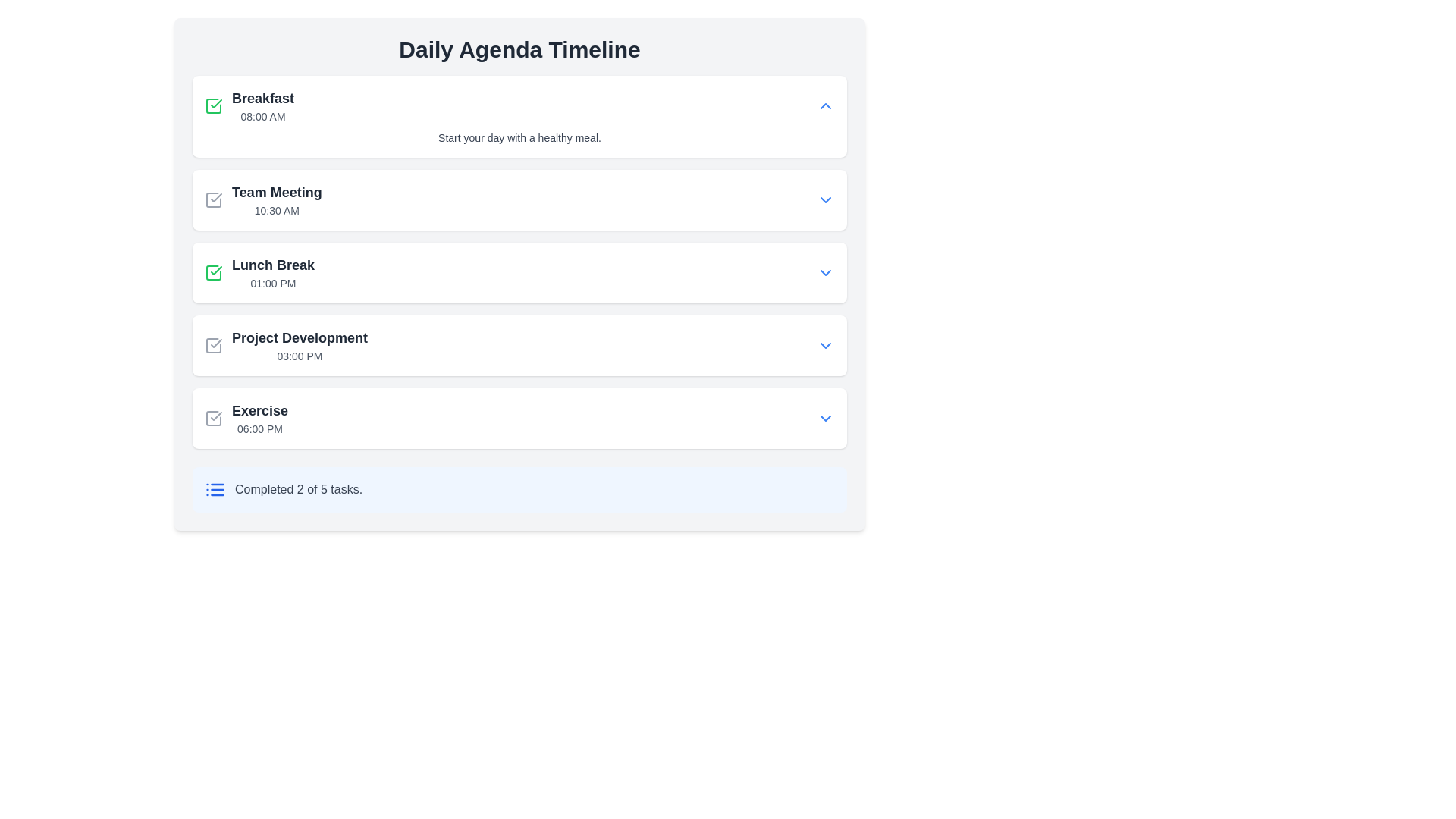 The height and width of the screenshot is (819, 1456). What do you see at coordinates (259, 429) in the screenshot?
I see `the time specified in the Text label located directly below the 'Exercise' text label in the last item of the list` at bounding box center [259, 429].